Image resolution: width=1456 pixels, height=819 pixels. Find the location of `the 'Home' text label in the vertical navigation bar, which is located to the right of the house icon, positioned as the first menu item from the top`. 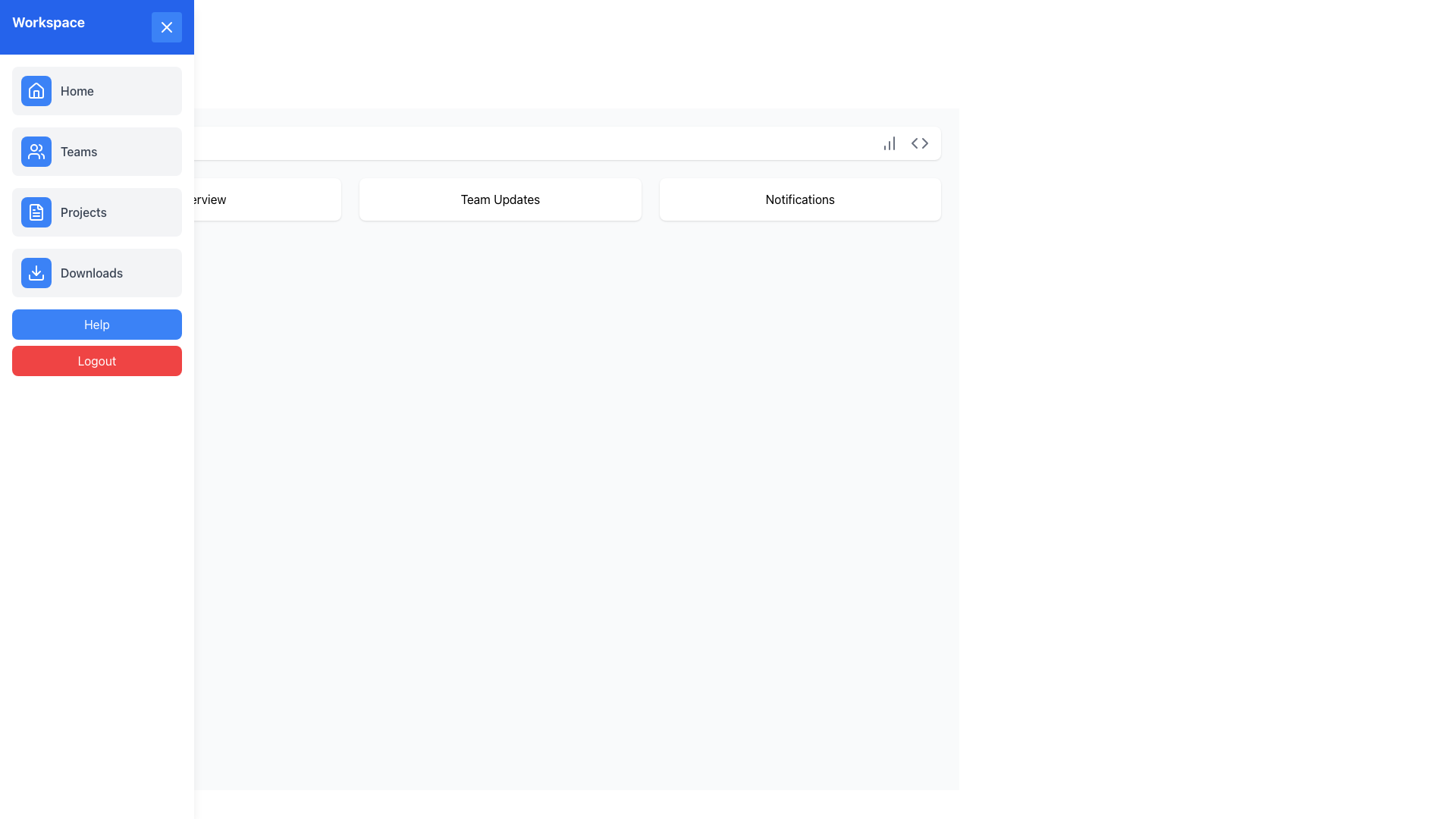

the 'Home' text label in the vertical navigation bar, which is located to the right of the house icon, positioned as the first menu item from the top is located at coordinates (76, 90).